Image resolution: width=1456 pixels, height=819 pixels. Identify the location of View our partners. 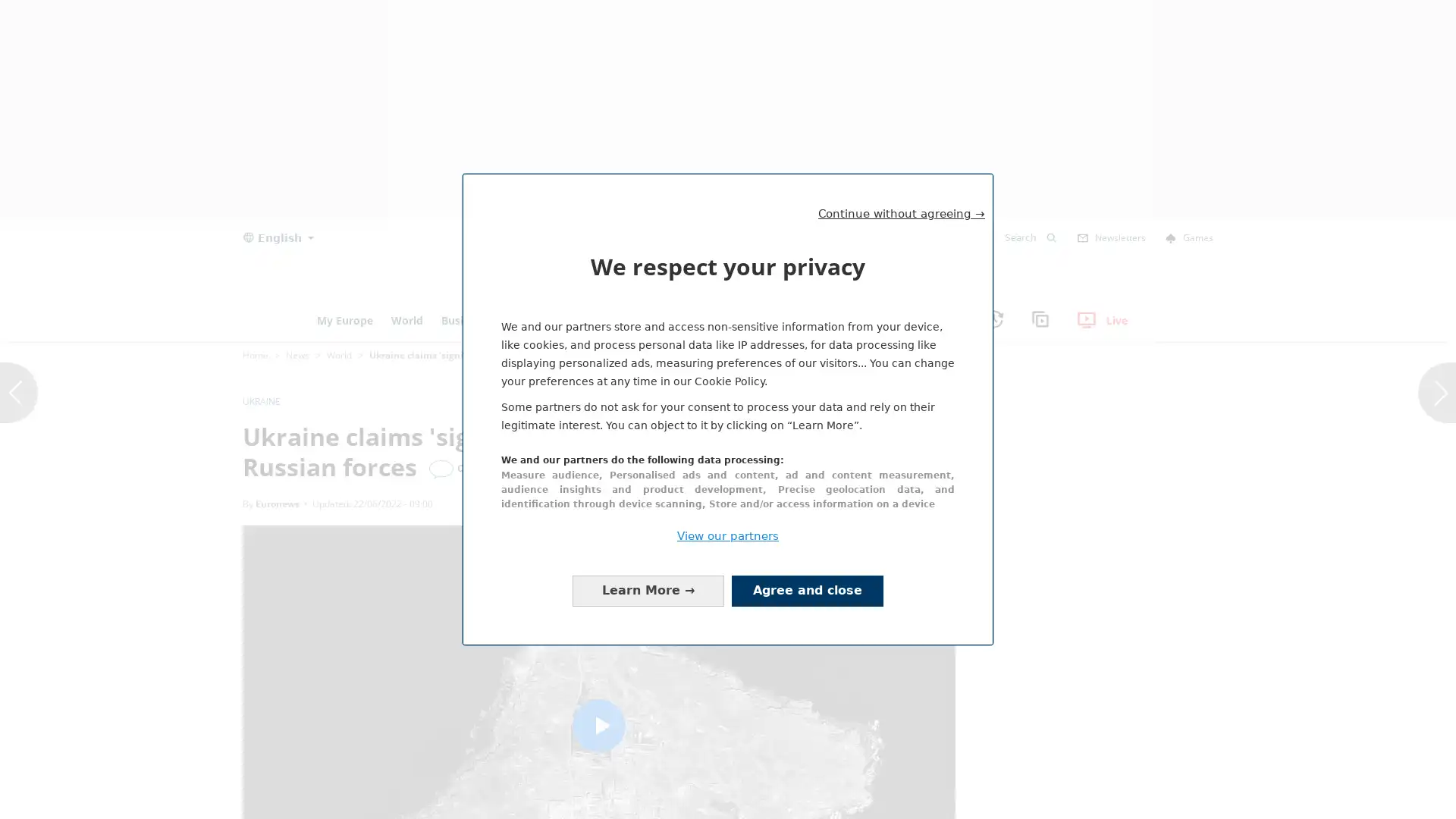
(728, 535).